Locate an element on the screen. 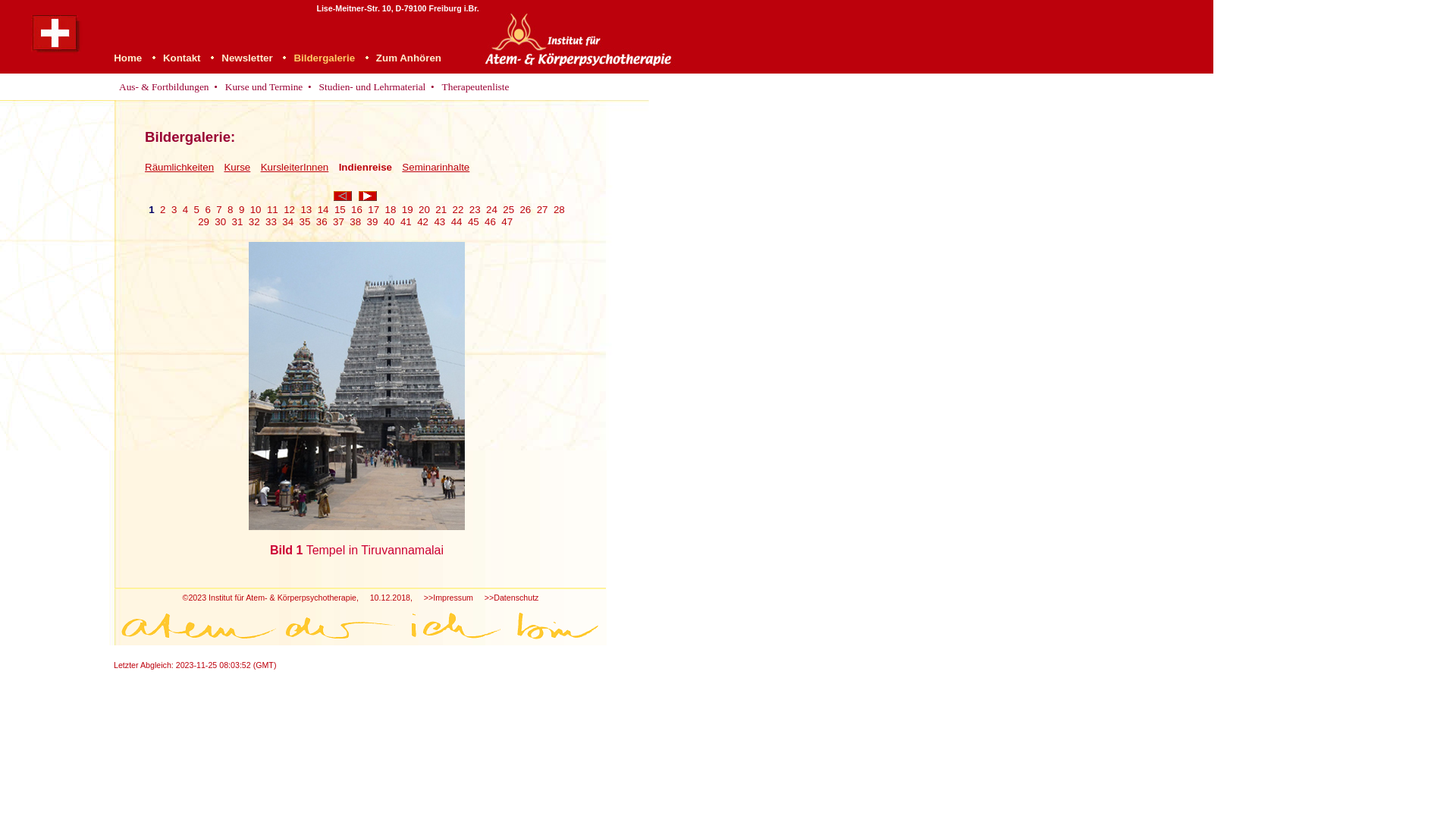 Image resolution: width=1456 pixels, height=819 pixels. '22' is located at coordinates (457, 209).